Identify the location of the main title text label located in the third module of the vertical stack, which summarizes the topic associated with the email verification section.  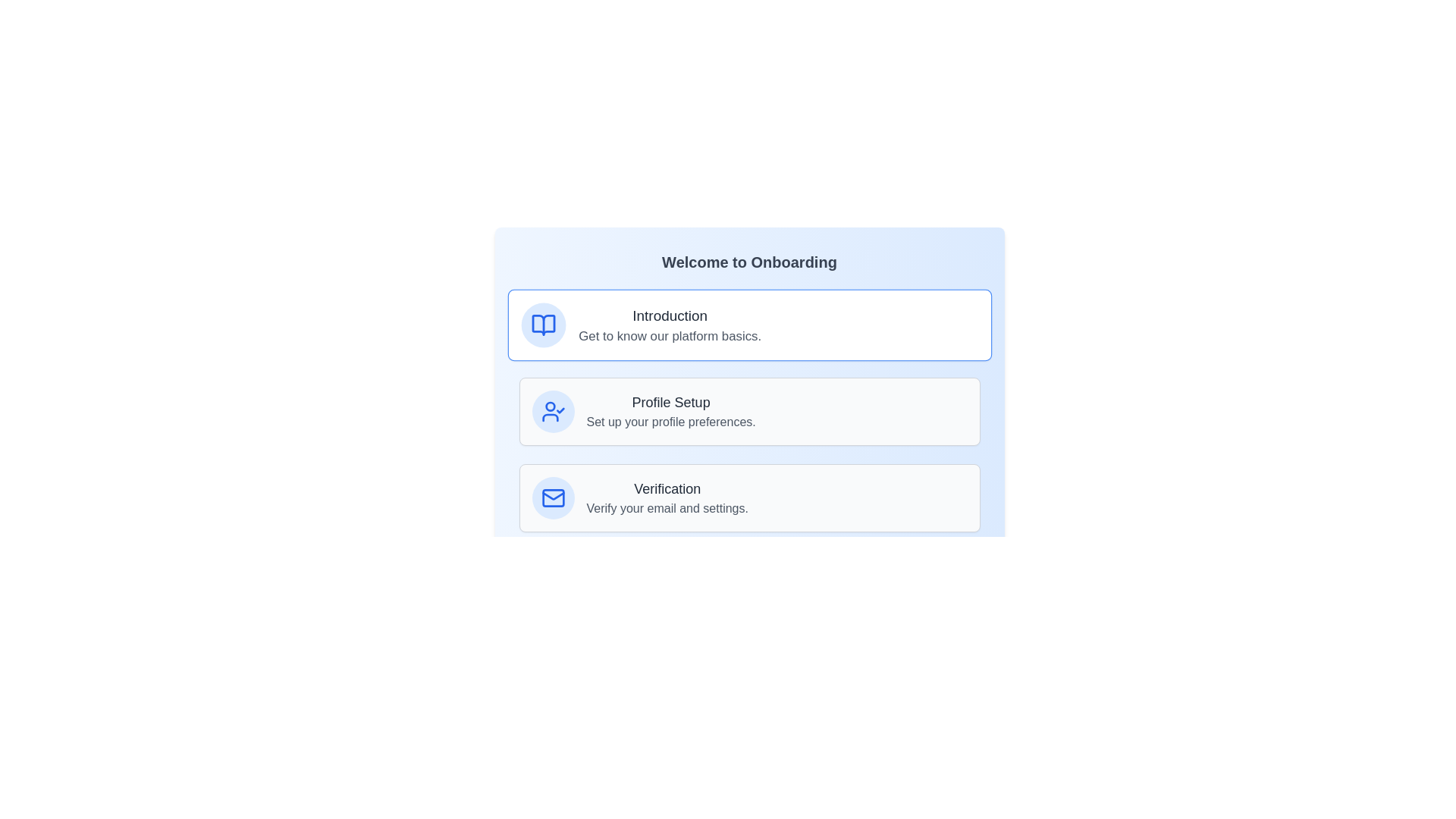
(667, 488).